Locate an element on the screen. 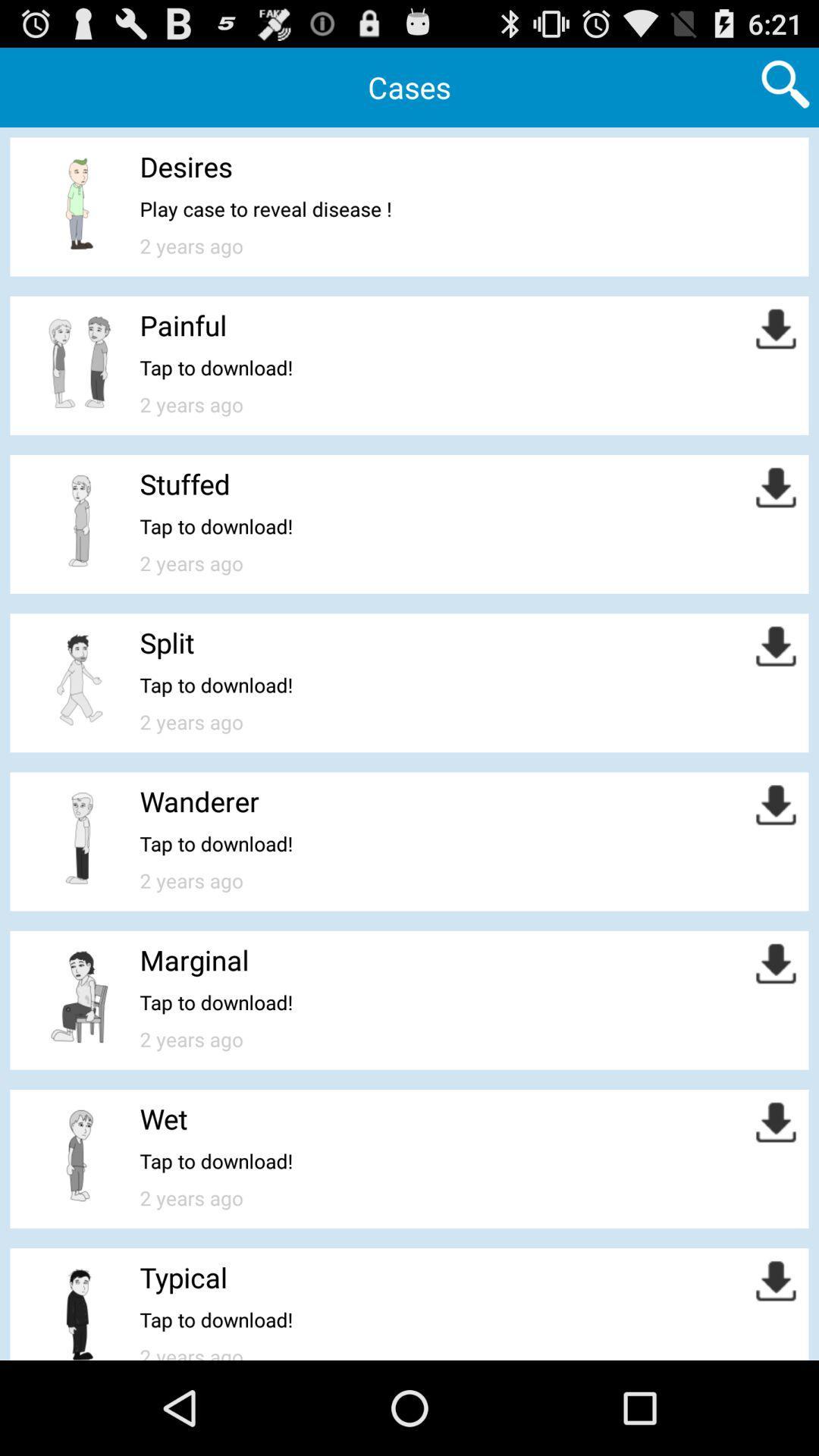  app above the tap to download! app is located at coordinates (167, 642).